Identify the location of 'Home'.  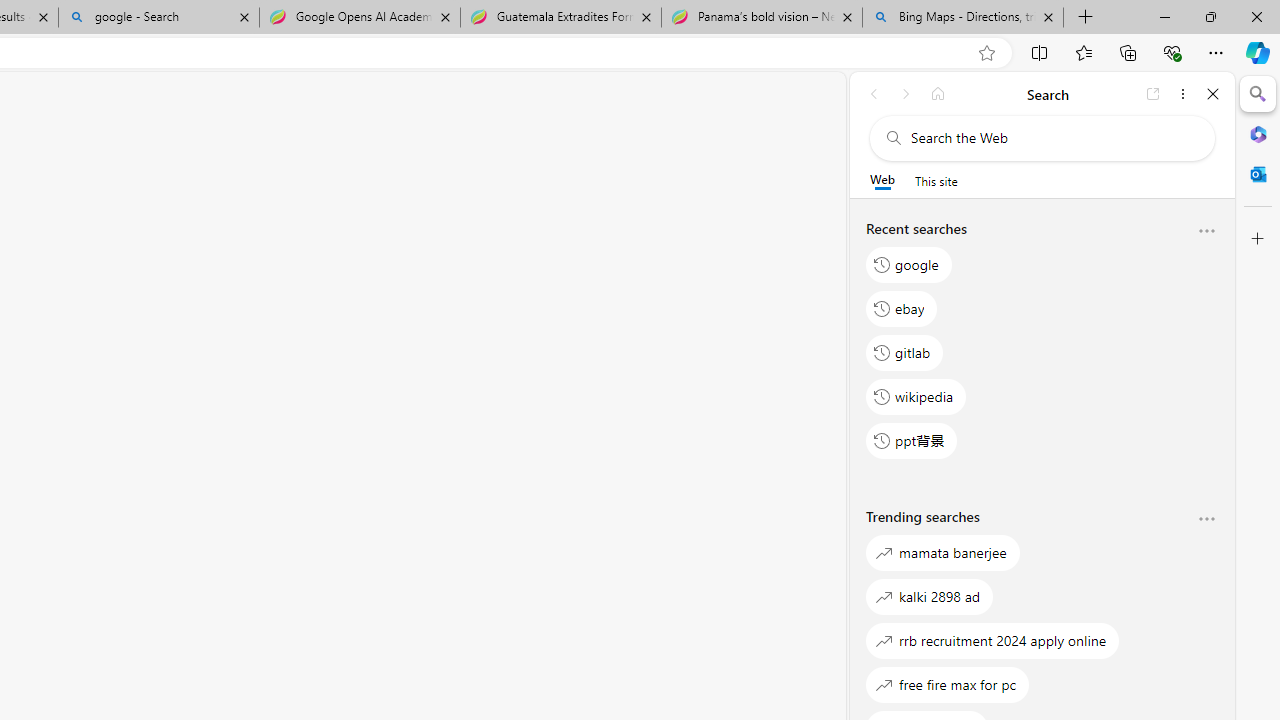
(937, 93).